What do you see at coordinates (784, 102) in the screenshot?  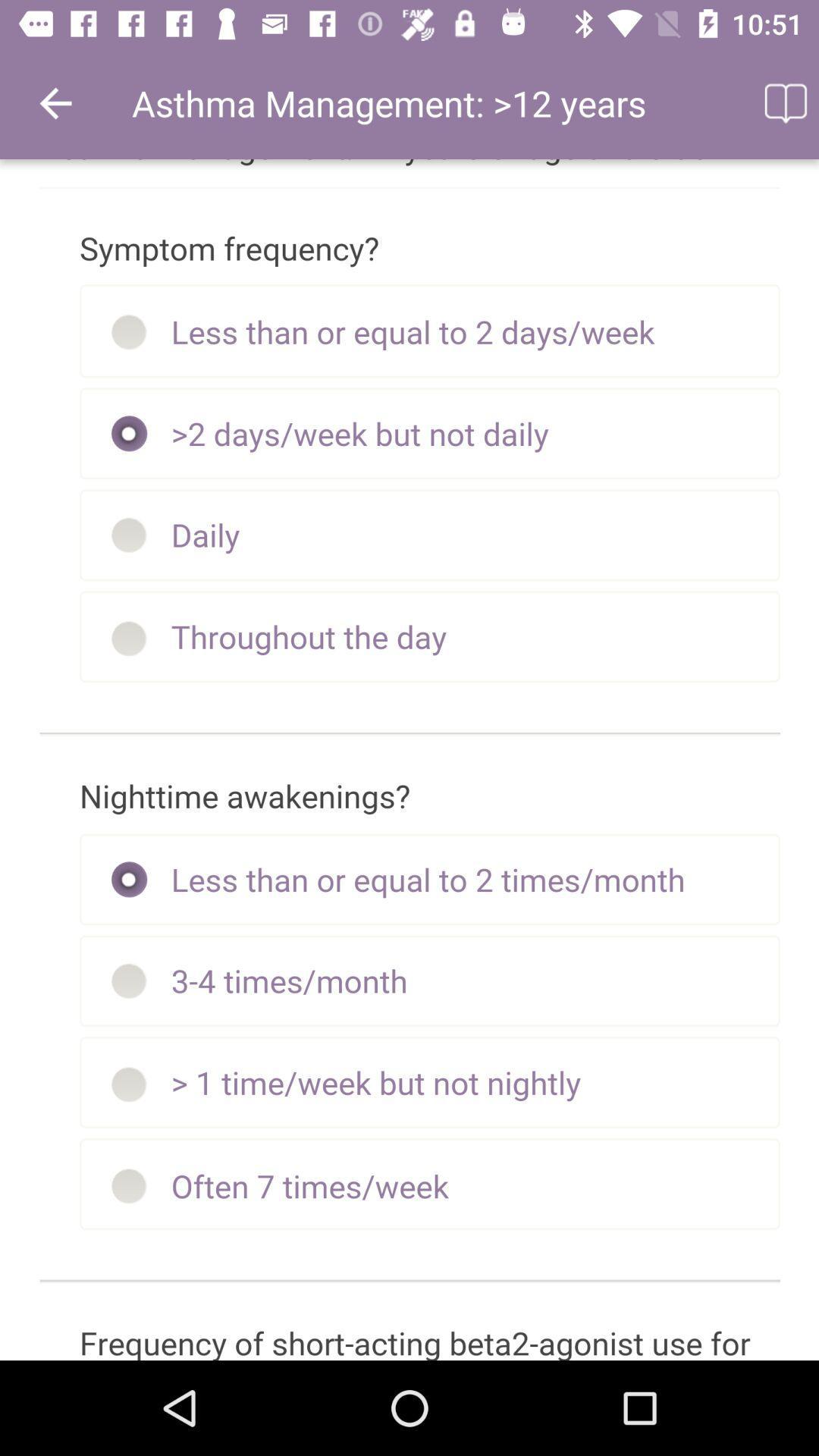 I see `the icon next to the asthma management 12 icon` at bounding box center [784, 102].